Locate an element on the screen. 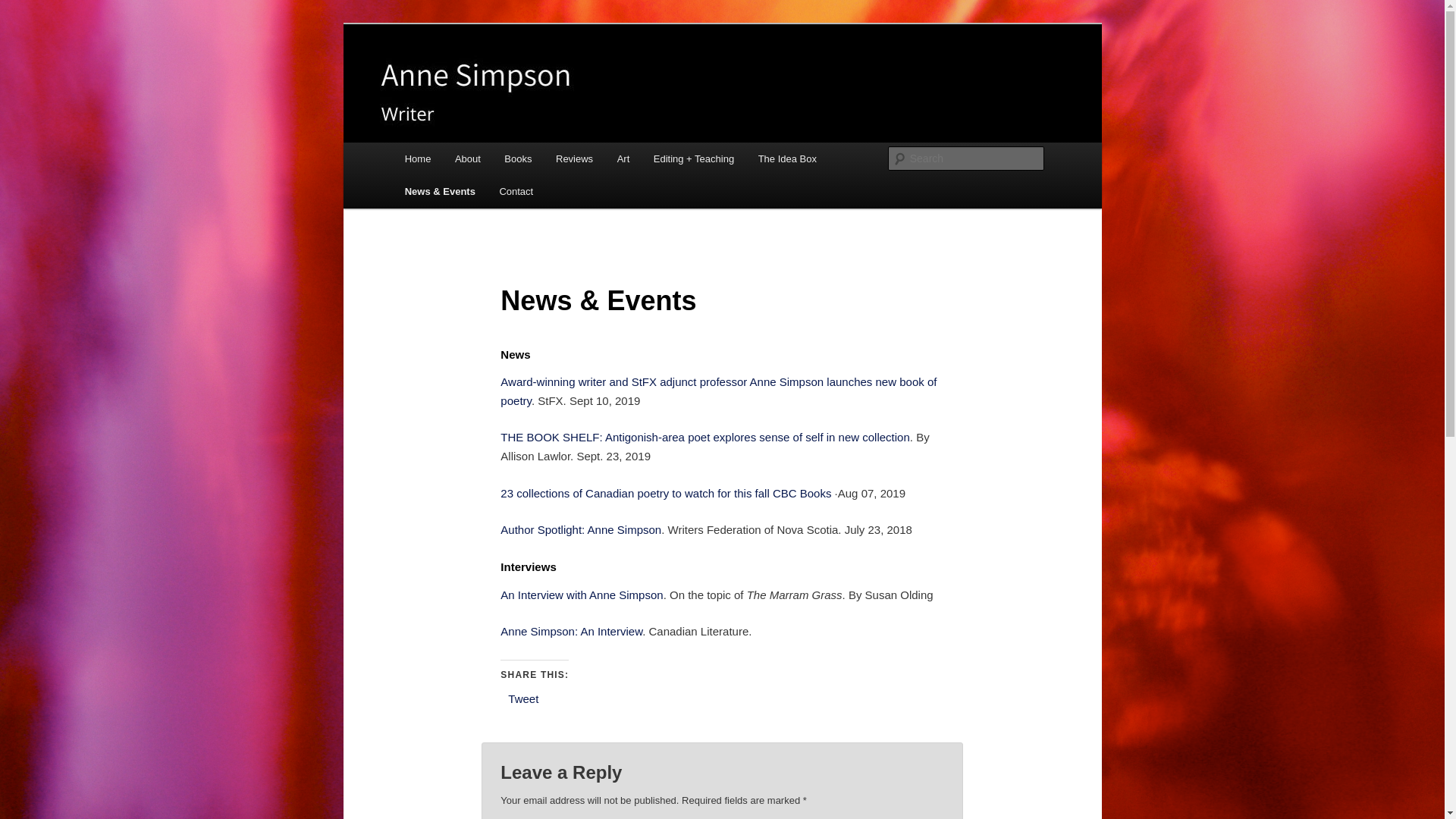 The image size is (1456, 819). 'Editing + Teaching' is located at coordinates (693, 158).